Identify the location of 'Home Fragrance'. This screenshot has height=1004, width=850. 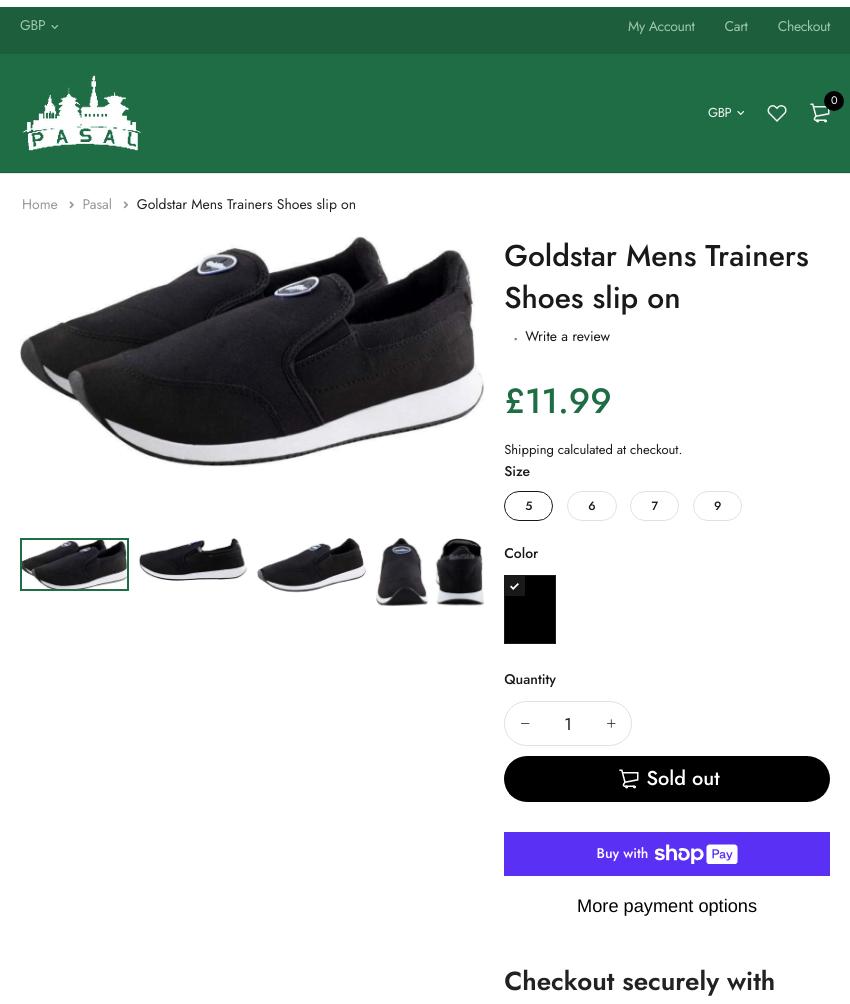
(4, 76).